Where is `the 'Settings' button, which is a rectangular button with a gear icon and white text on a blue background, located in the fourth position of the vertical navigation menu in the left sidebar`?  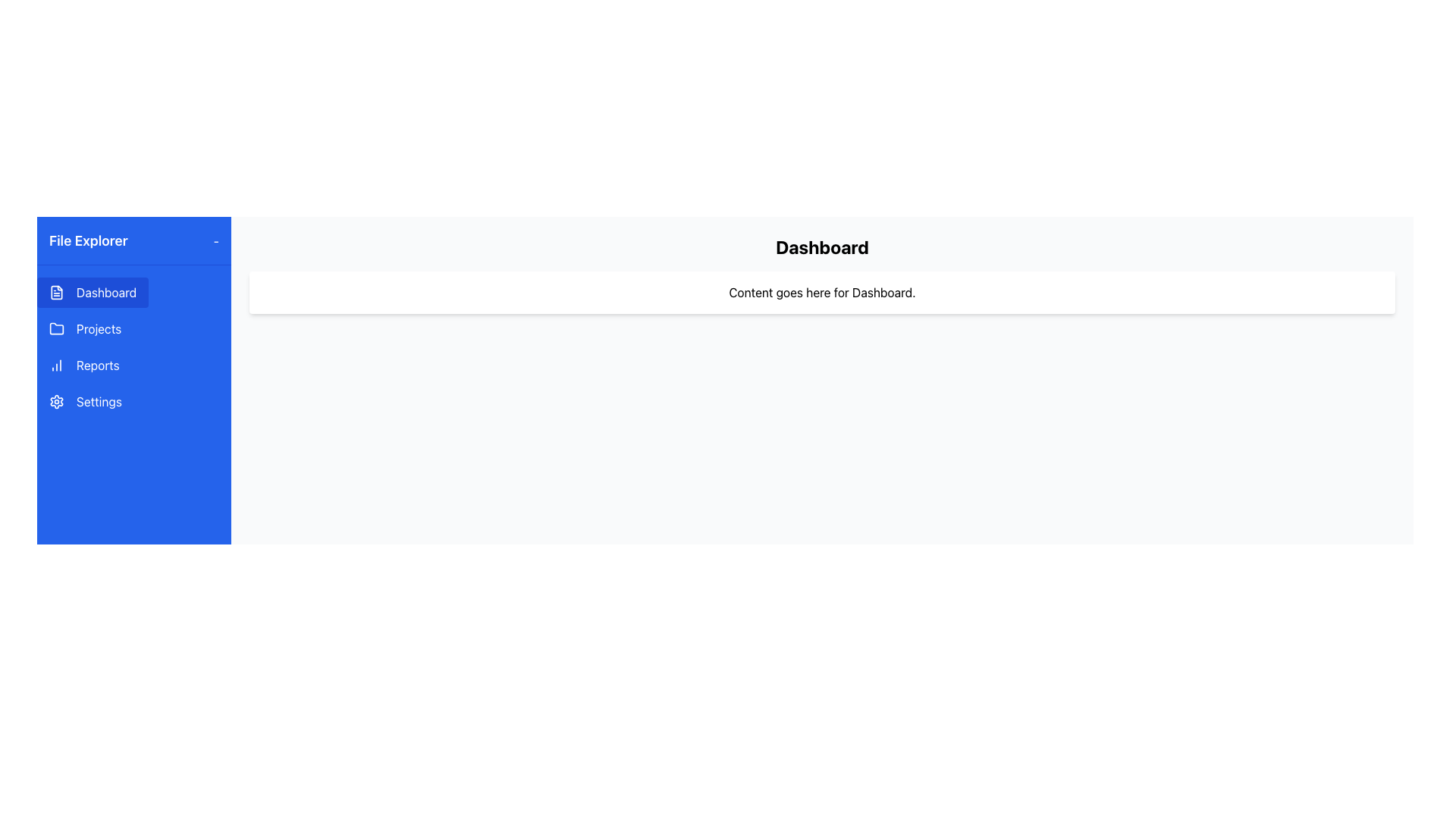 the 'Settings' button, which is a rectangular button with a gear icon and white text on a blue background, located in the fourth position of the vertical navigation menu in the left sidebar is located at coordinates (84, 400).